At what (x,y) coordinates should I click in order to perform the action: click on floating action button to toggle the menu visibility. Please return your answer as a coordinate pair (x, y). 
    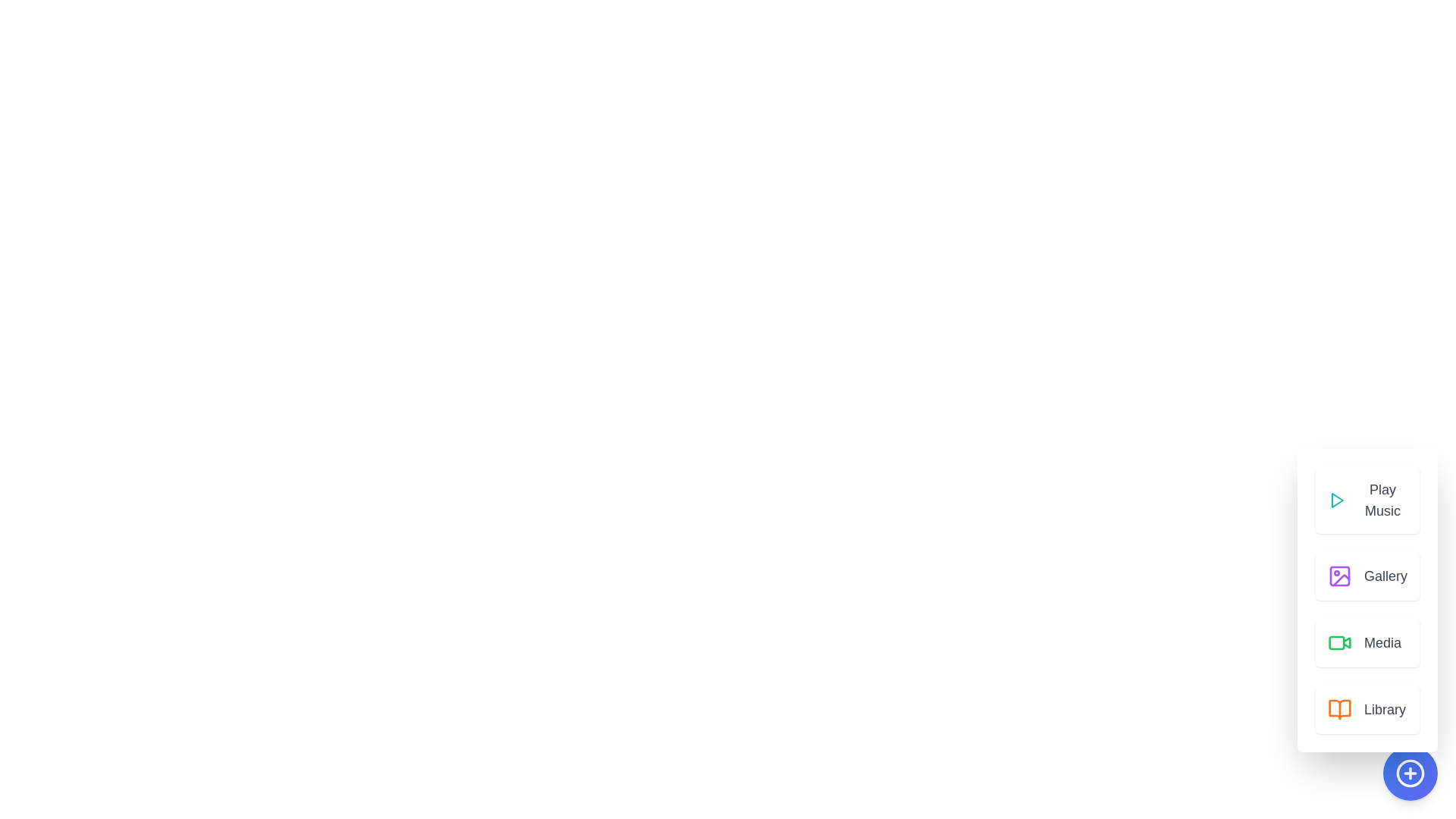
    Looking at the image, I should click on (1410, 773).